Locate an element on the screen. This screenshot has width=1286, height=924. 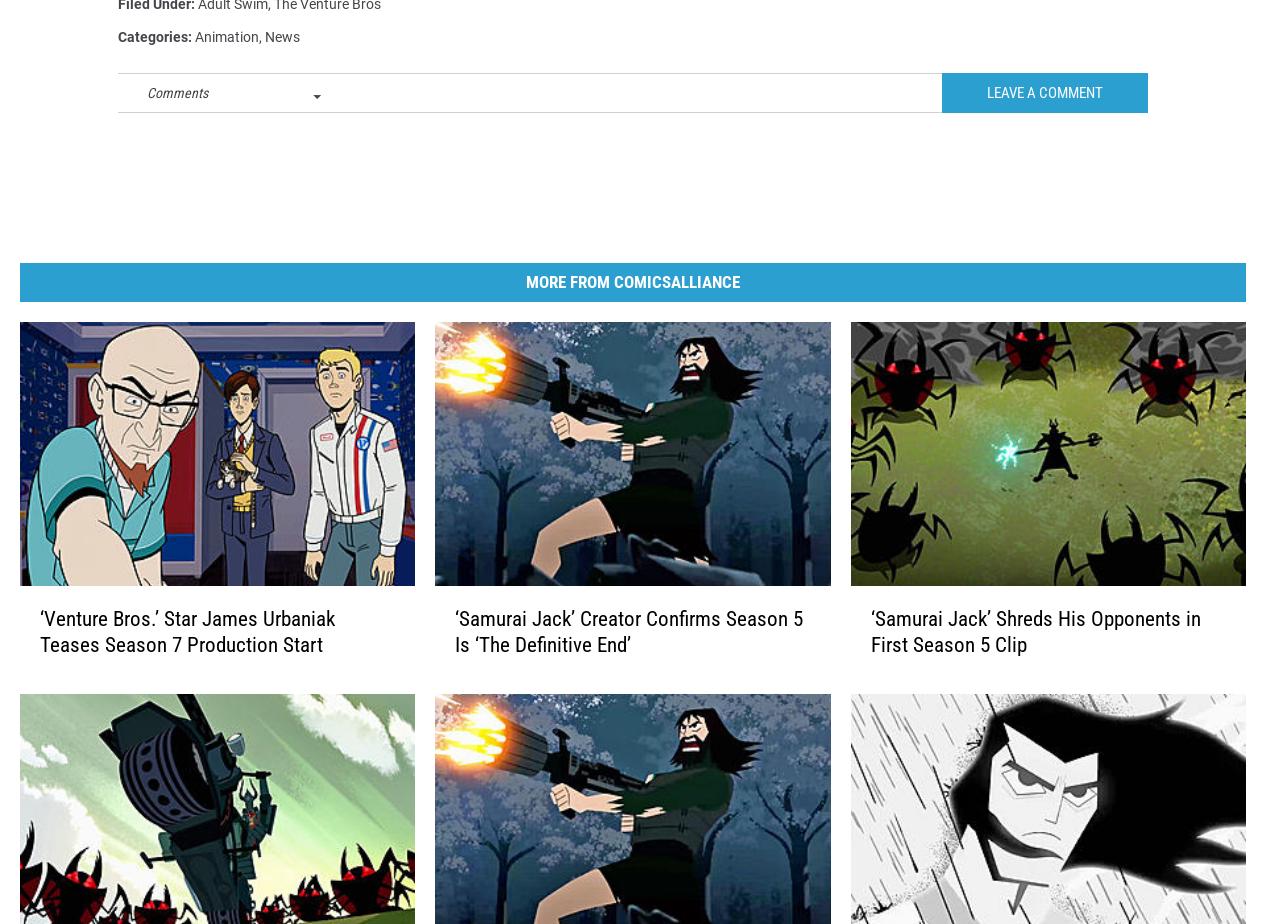
'Comments' is located at coordinates (177, 125).